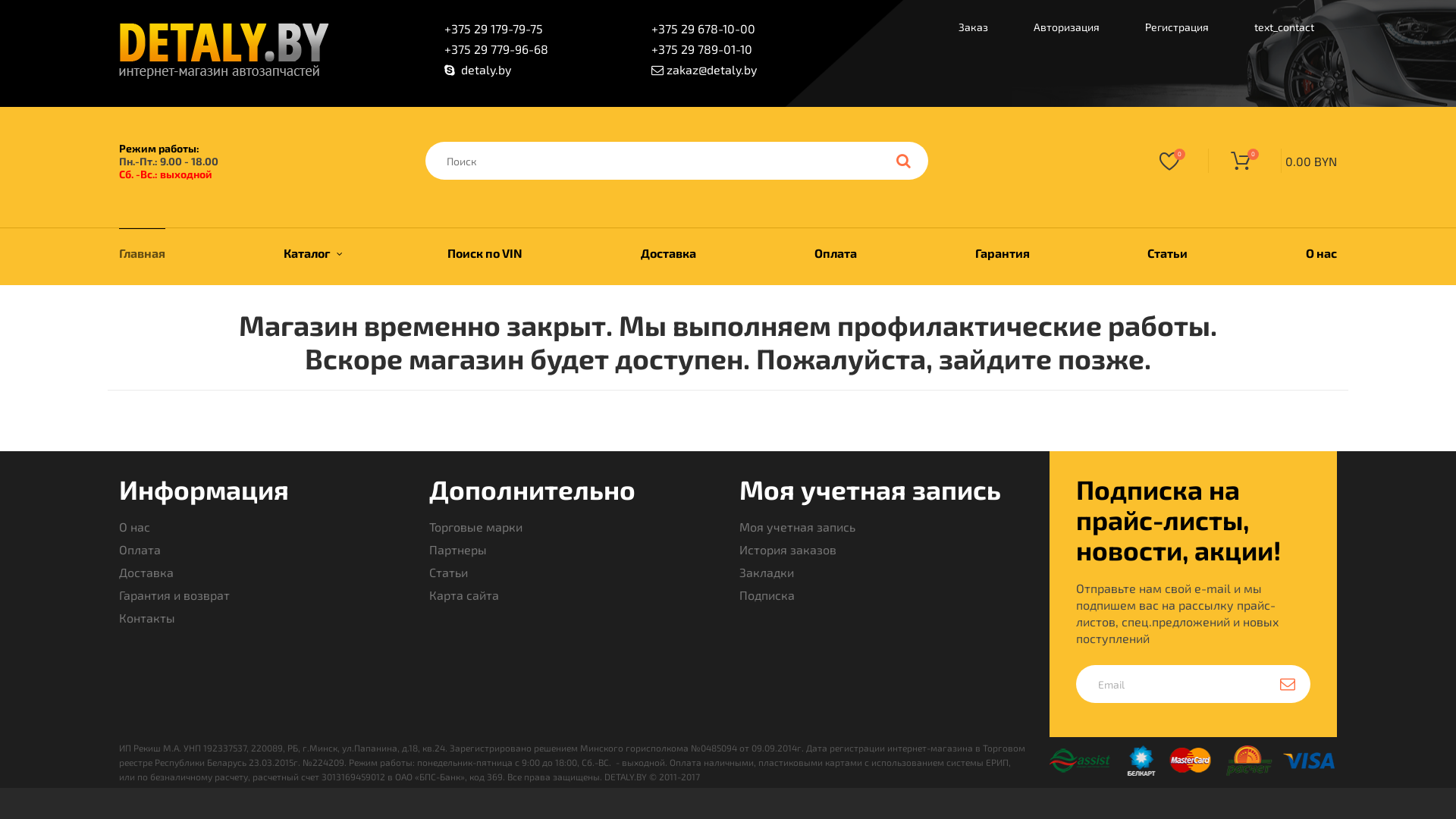  I want to click on '0, so click(1272, 161).